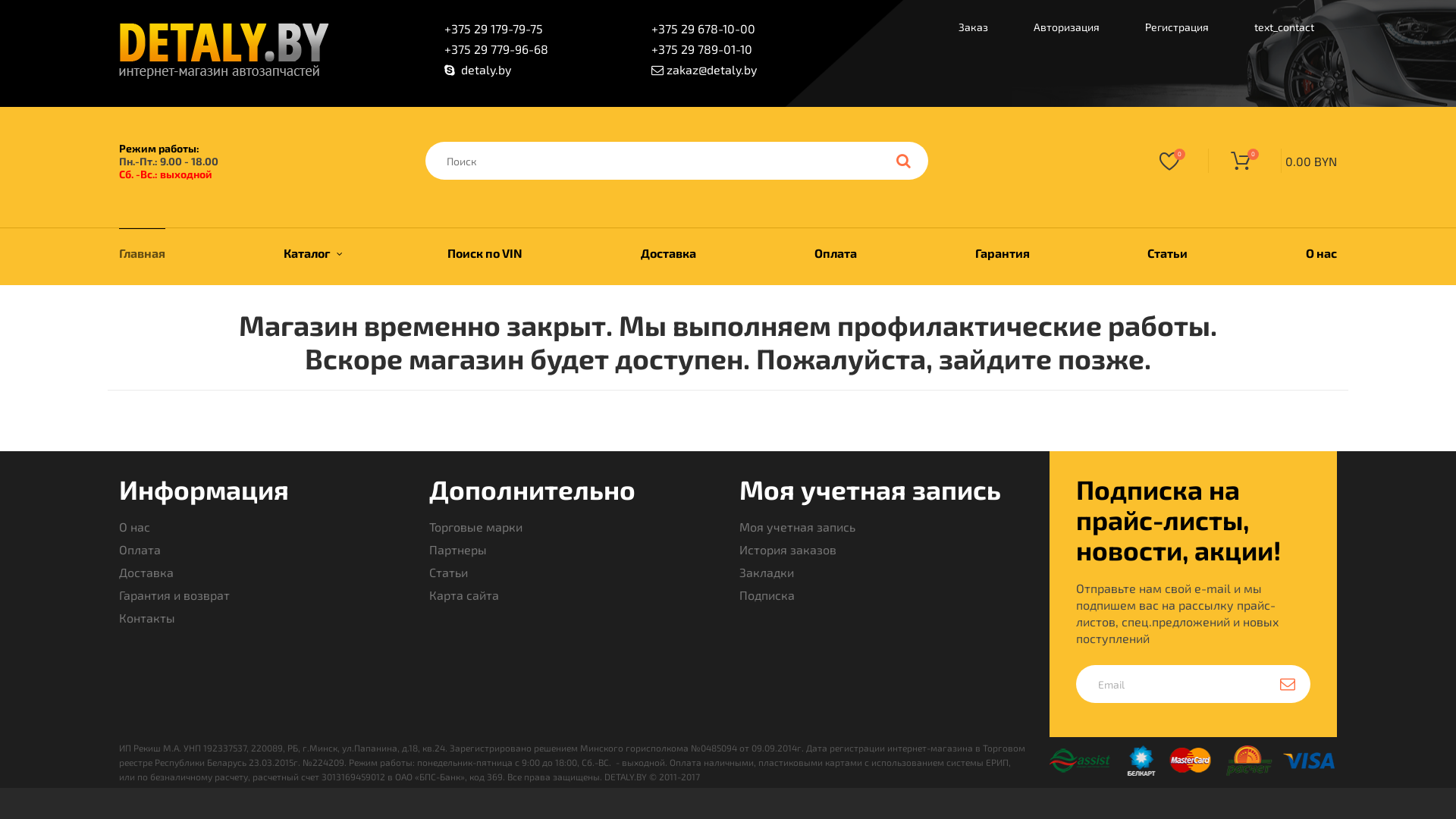  I want to click on '0, so click(1272, 161).